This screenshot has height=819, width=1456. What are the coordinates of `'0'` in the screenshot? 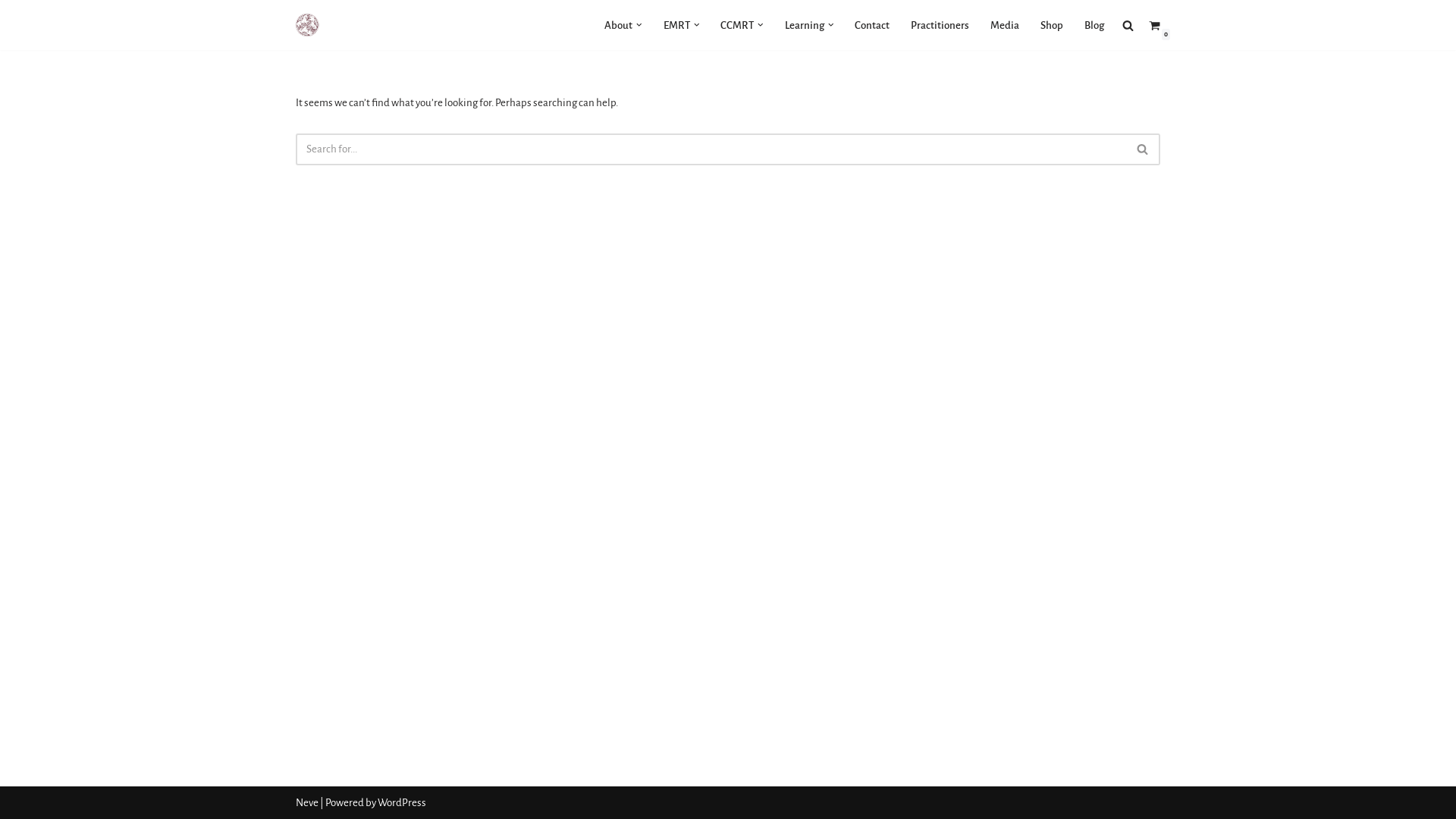 It's located at (1153, 24).